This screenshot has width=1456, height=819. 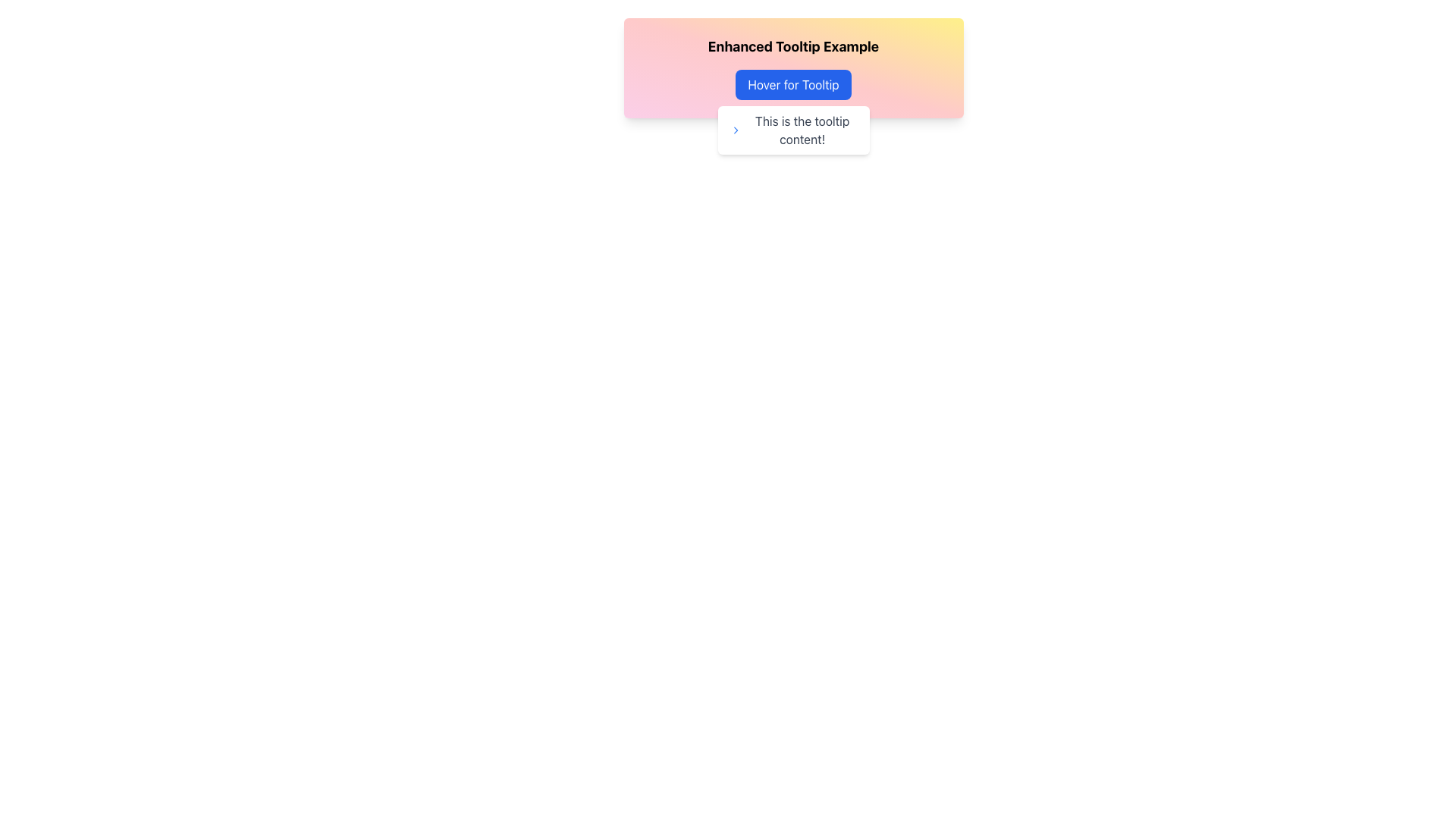 What do you see at coordinates (736, 130) in the screenshot?
I see `the blue right-facing chevron SVG icon located at the left side of the tooltip panel, preceding the text 'This is the tooltip content!'` at bounding box center [736, 130].